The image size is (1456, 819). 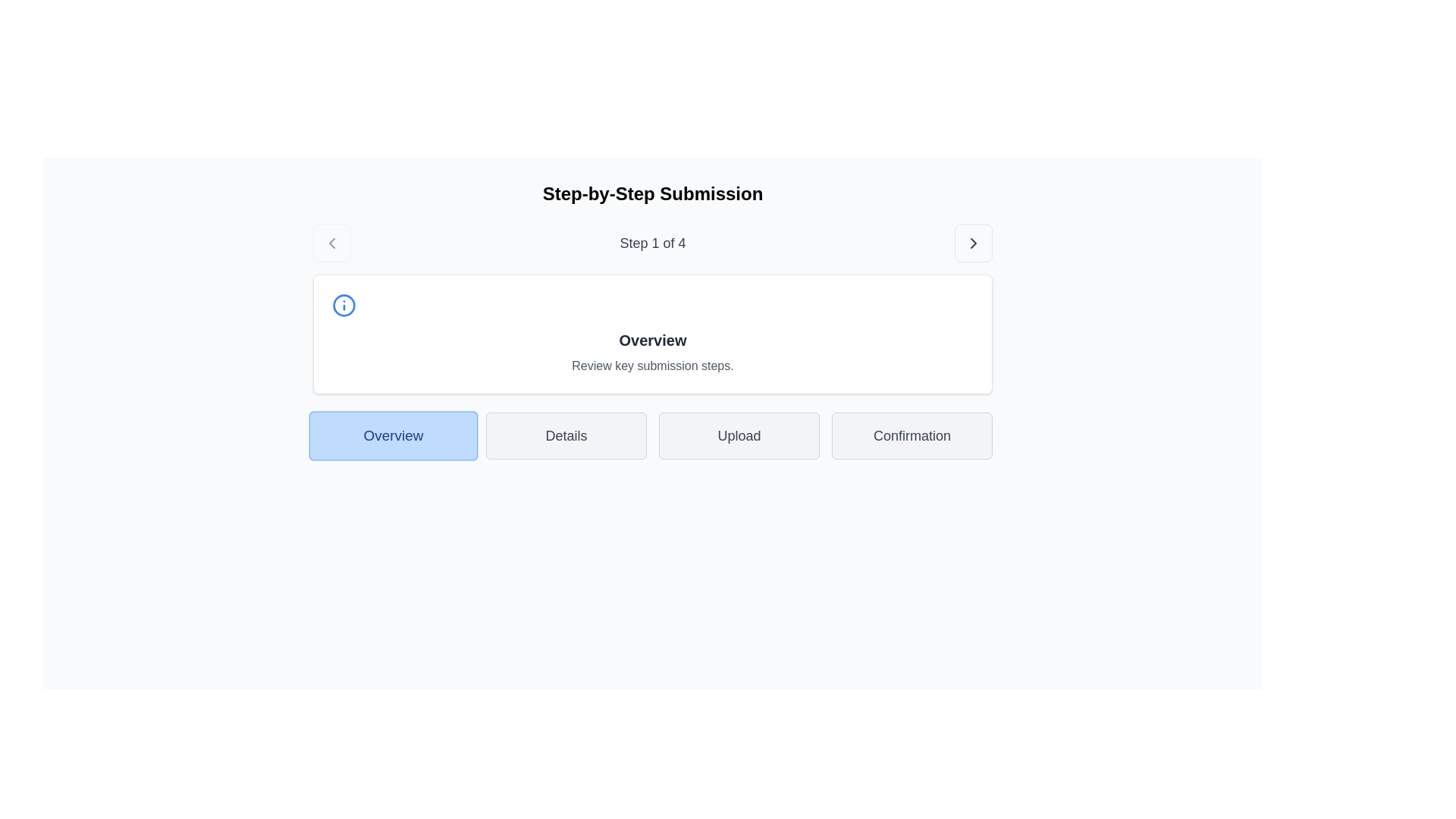 I want to click on the 'Overview' button, which is a rectangular button with a light blue background and bold dark blue text, located in the first position of a horizontal grid of buttons beneath the panel labeled 'Step 1 of 4', so click(x=393, y=435).